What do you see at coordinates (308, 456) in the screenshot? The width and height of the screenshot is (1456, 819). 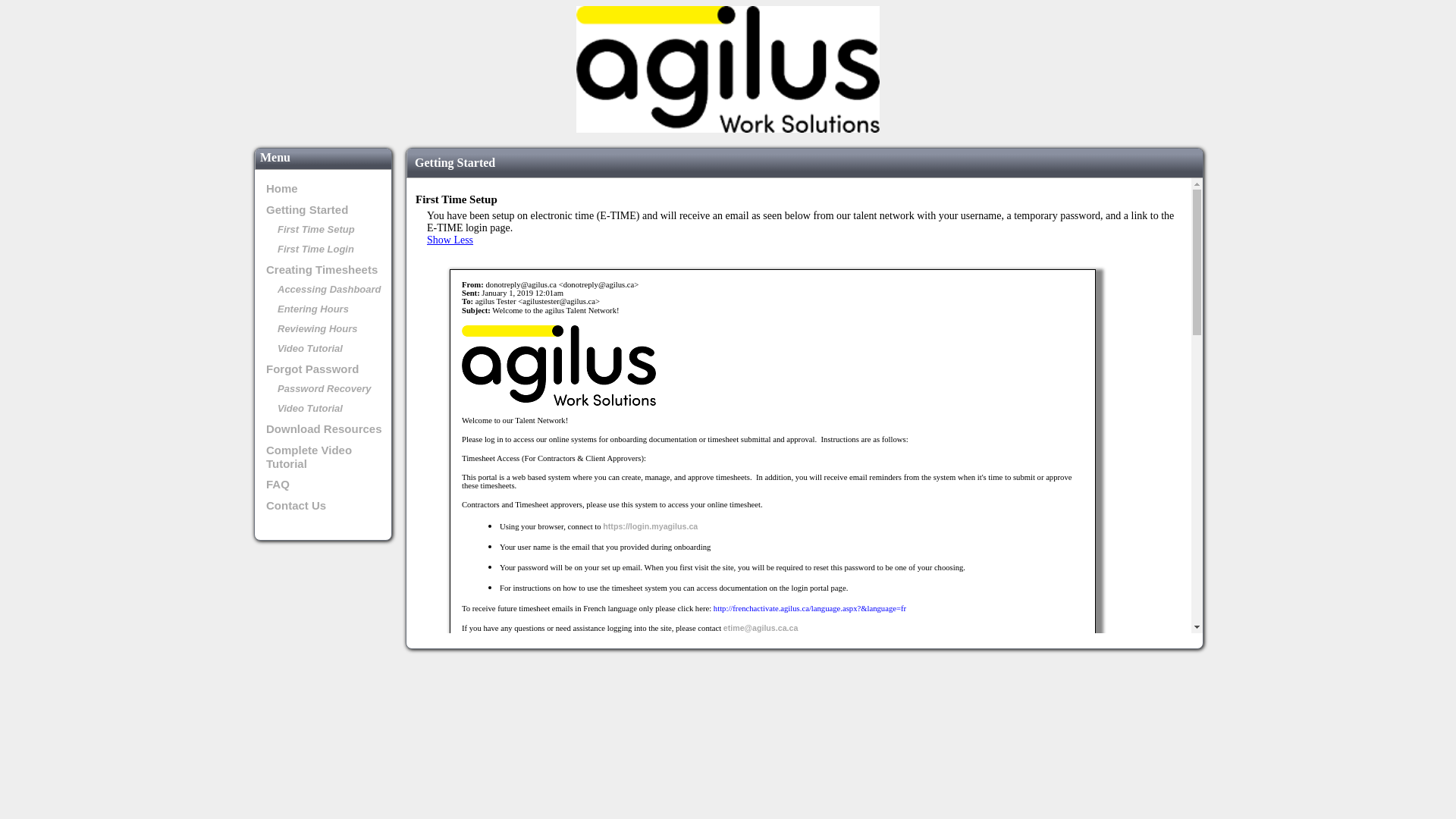 I see `'Complete Video Tutorial'` at bounding box center [308, 456].